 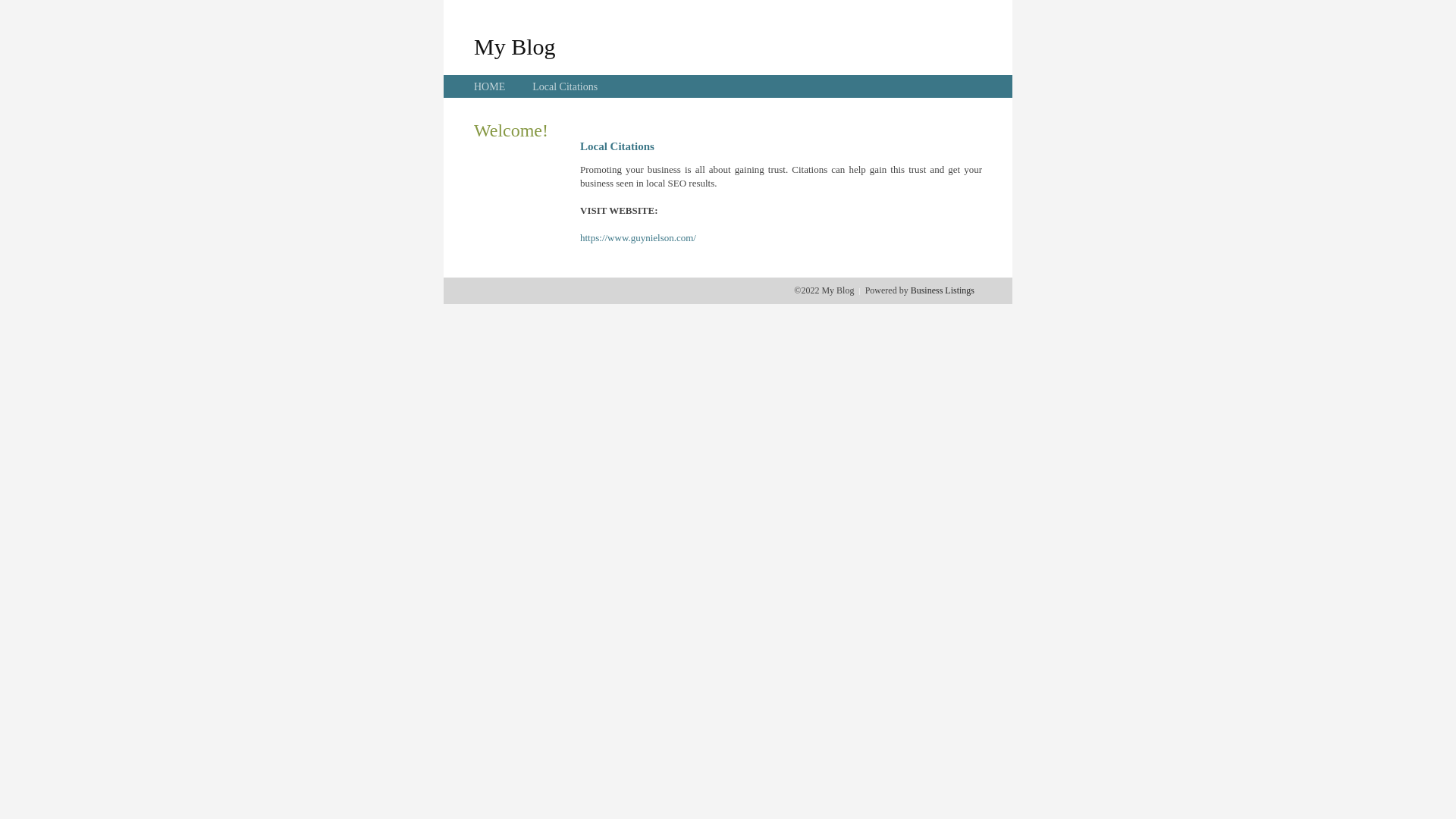 What do you see at coordinates (638, 237) in the screenshot?
I see `'https://www.guynielson.com/'` at bounding box center [638, 237].